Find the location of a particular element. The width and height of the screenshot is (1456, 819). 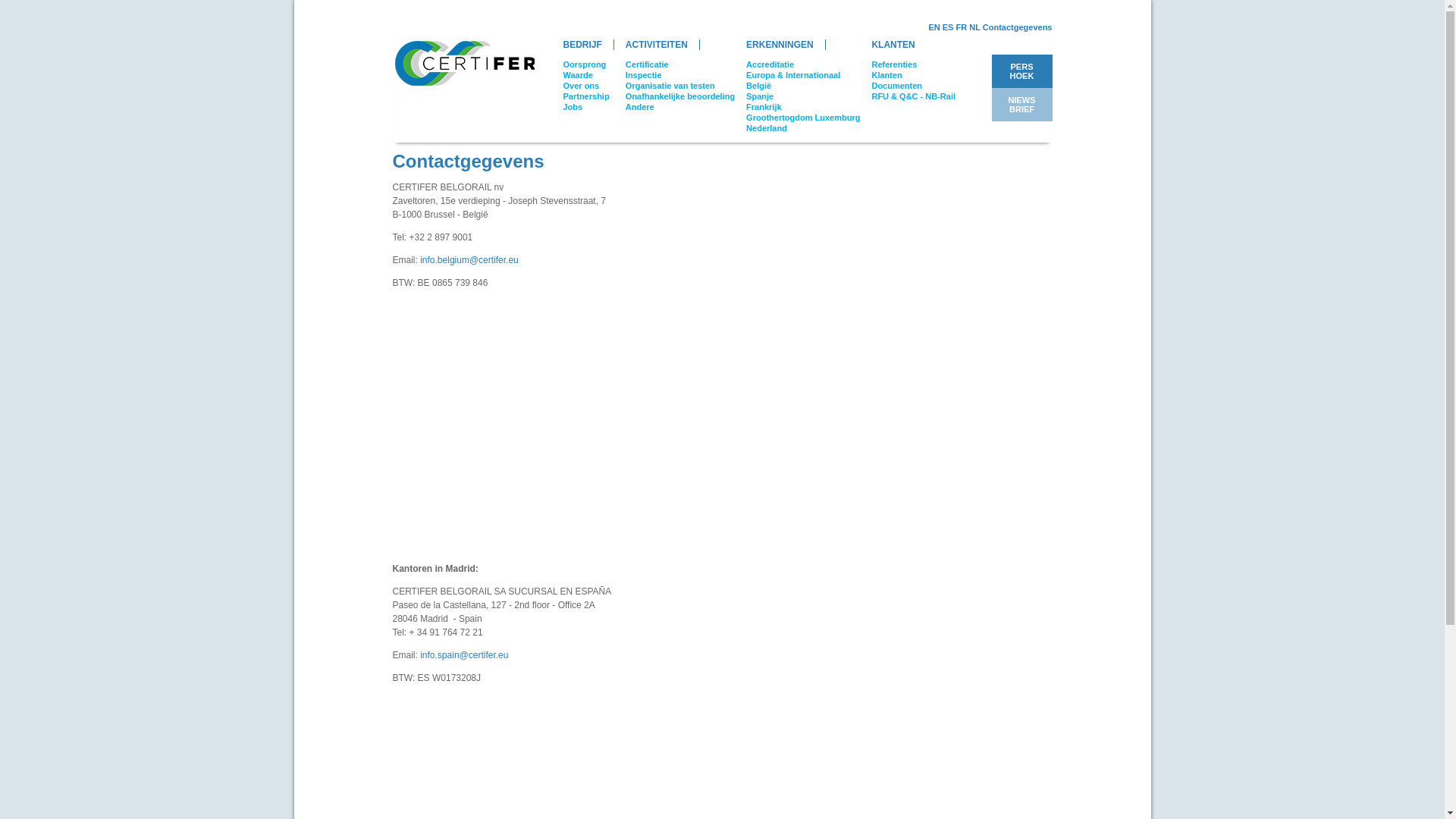

'Oorsprong' is located at coordinates (562, 63).